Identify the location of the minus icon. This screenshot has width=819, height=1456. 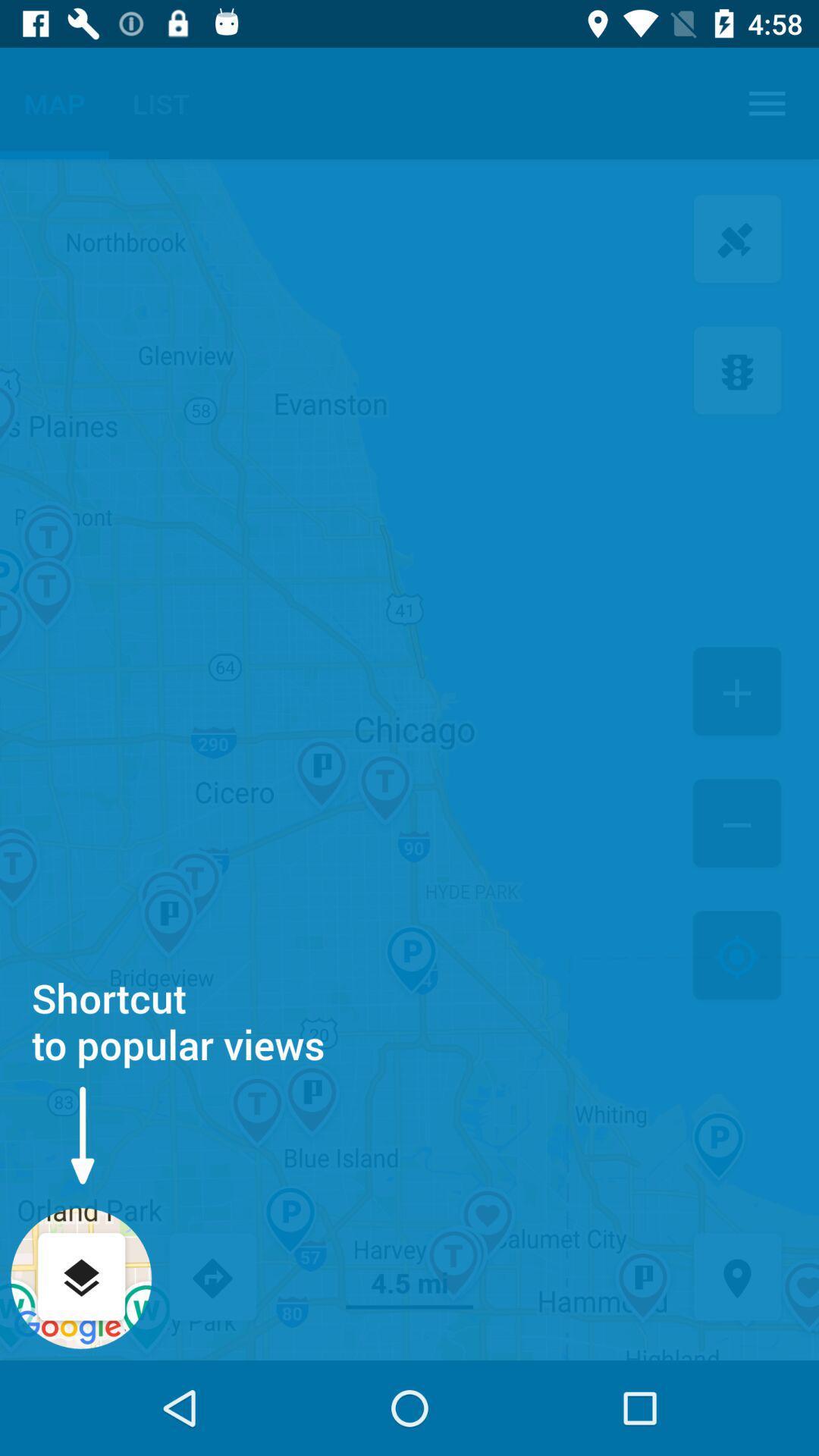
(736, 824).